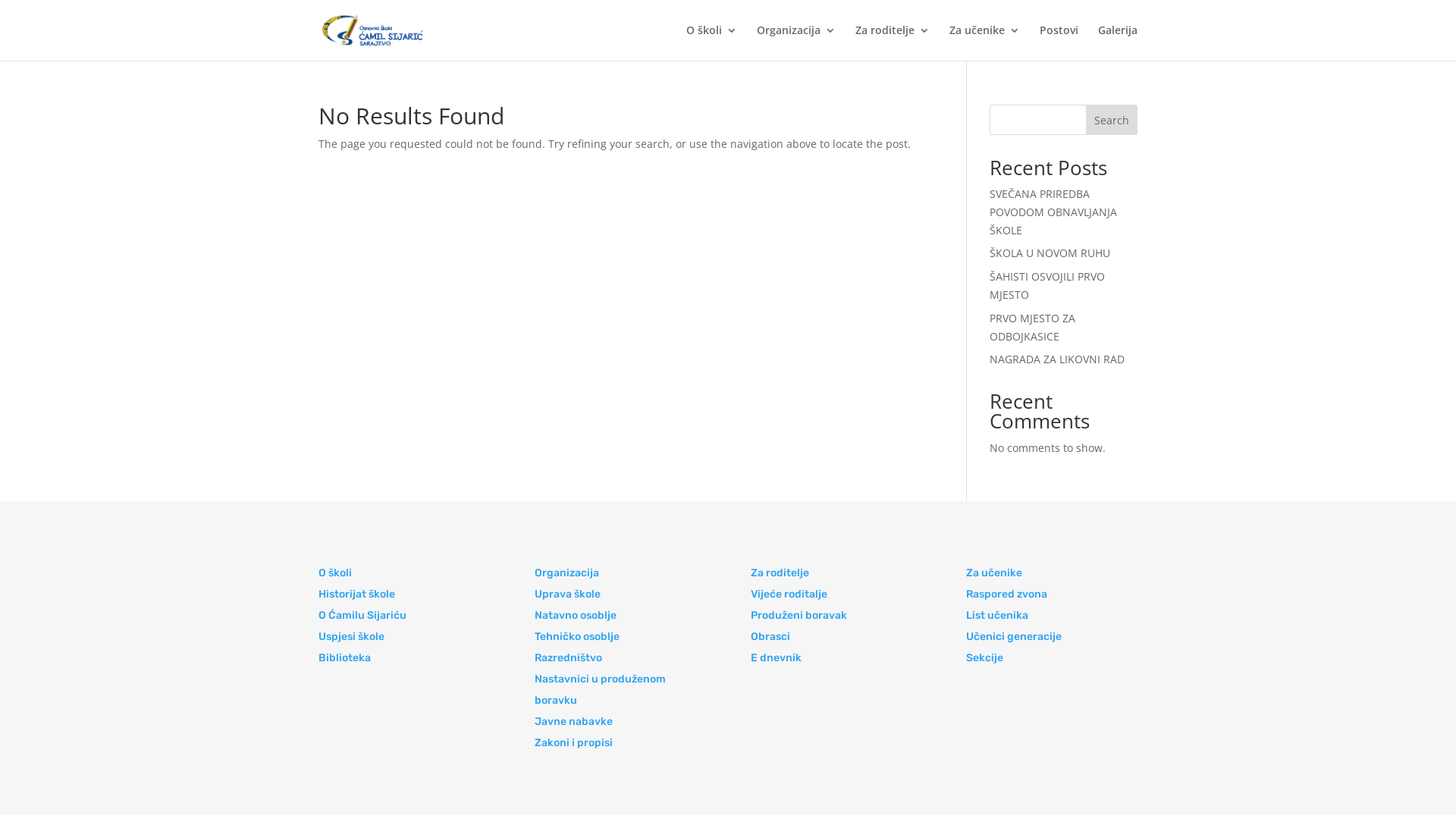  I want to click on 'Zakoni i propisi', so click(573, 742).